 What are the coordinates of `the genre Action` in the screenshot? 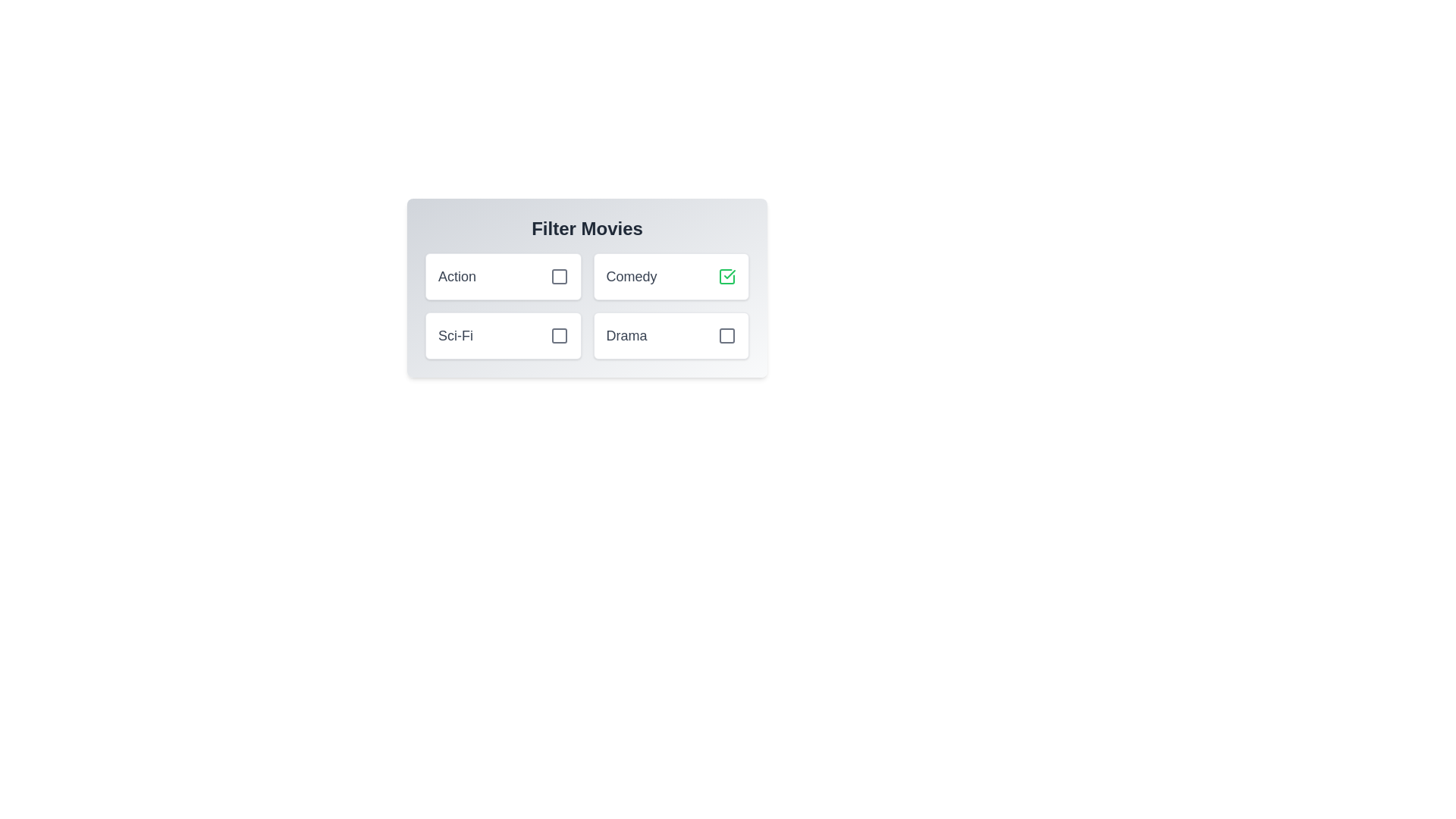 It's located at (558, 277).